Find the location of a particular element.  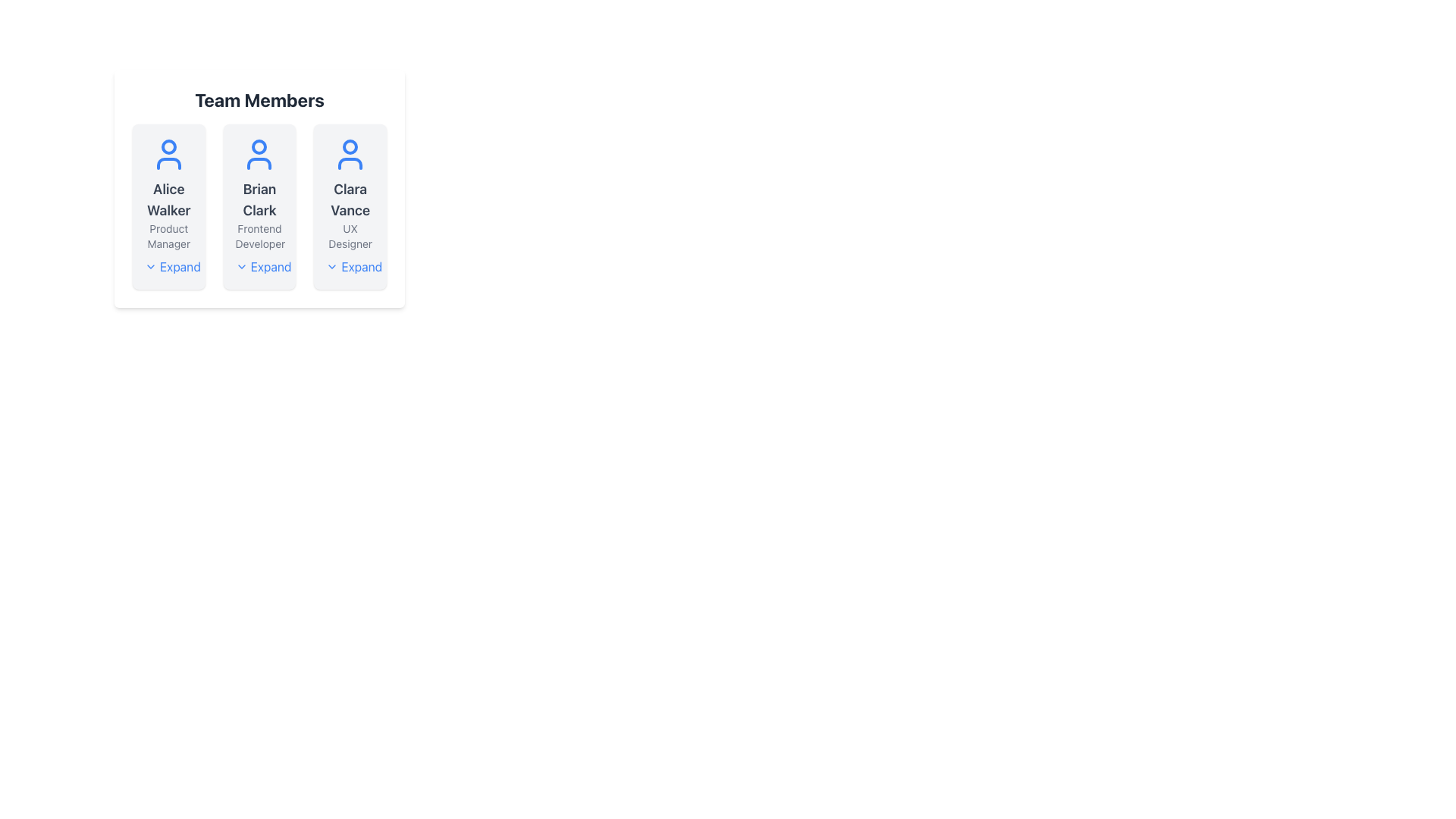

the 'Product Manager' label, which is a smaller gray text element located below 'Alice Walker' and above the 'Expand' link in the middle-left card of the 'Team Members' section is located at coordinates (168, 237).